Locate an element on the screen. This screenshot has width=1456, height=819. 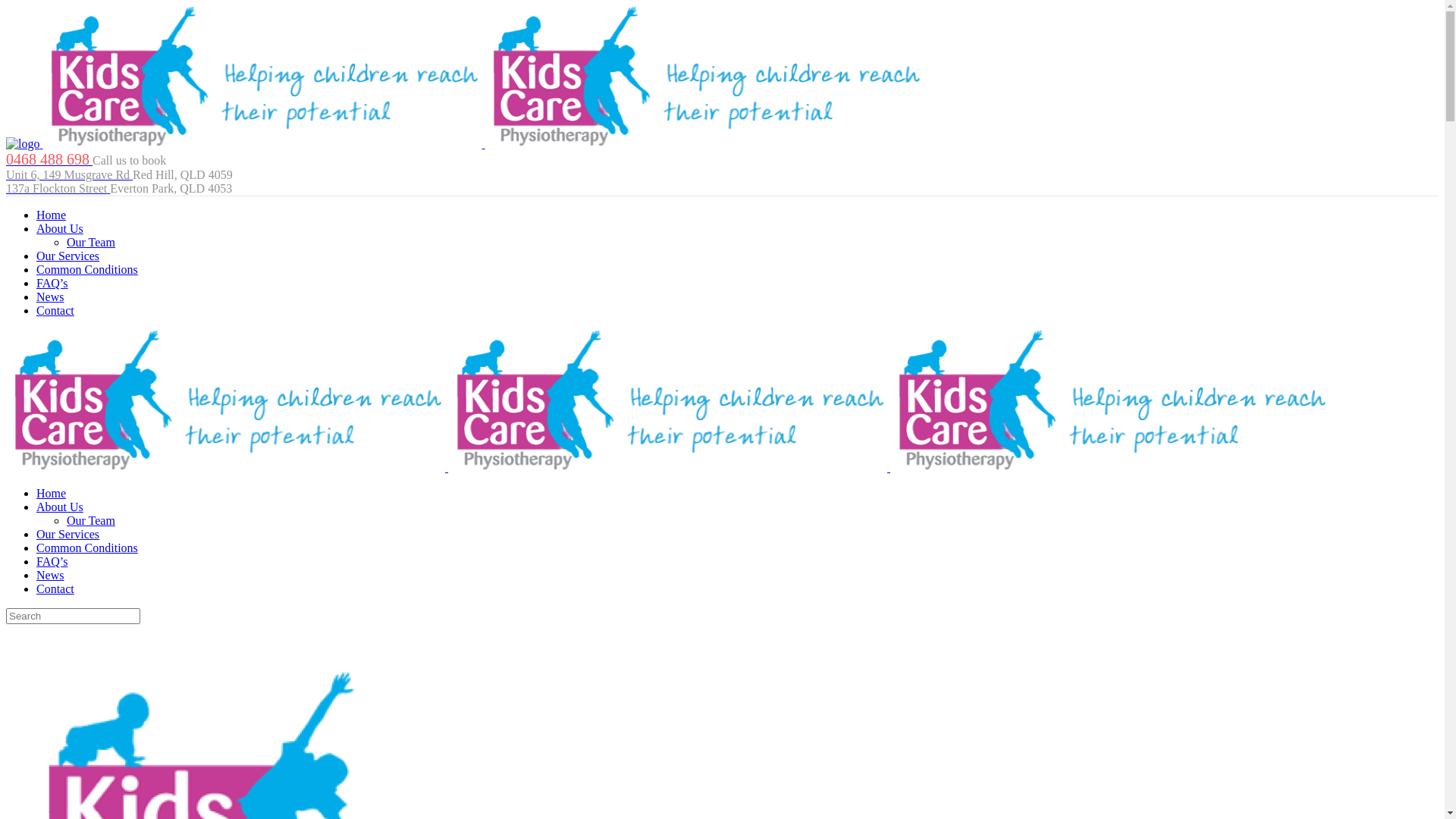
'Contact' is located at coordinates (36, 309).